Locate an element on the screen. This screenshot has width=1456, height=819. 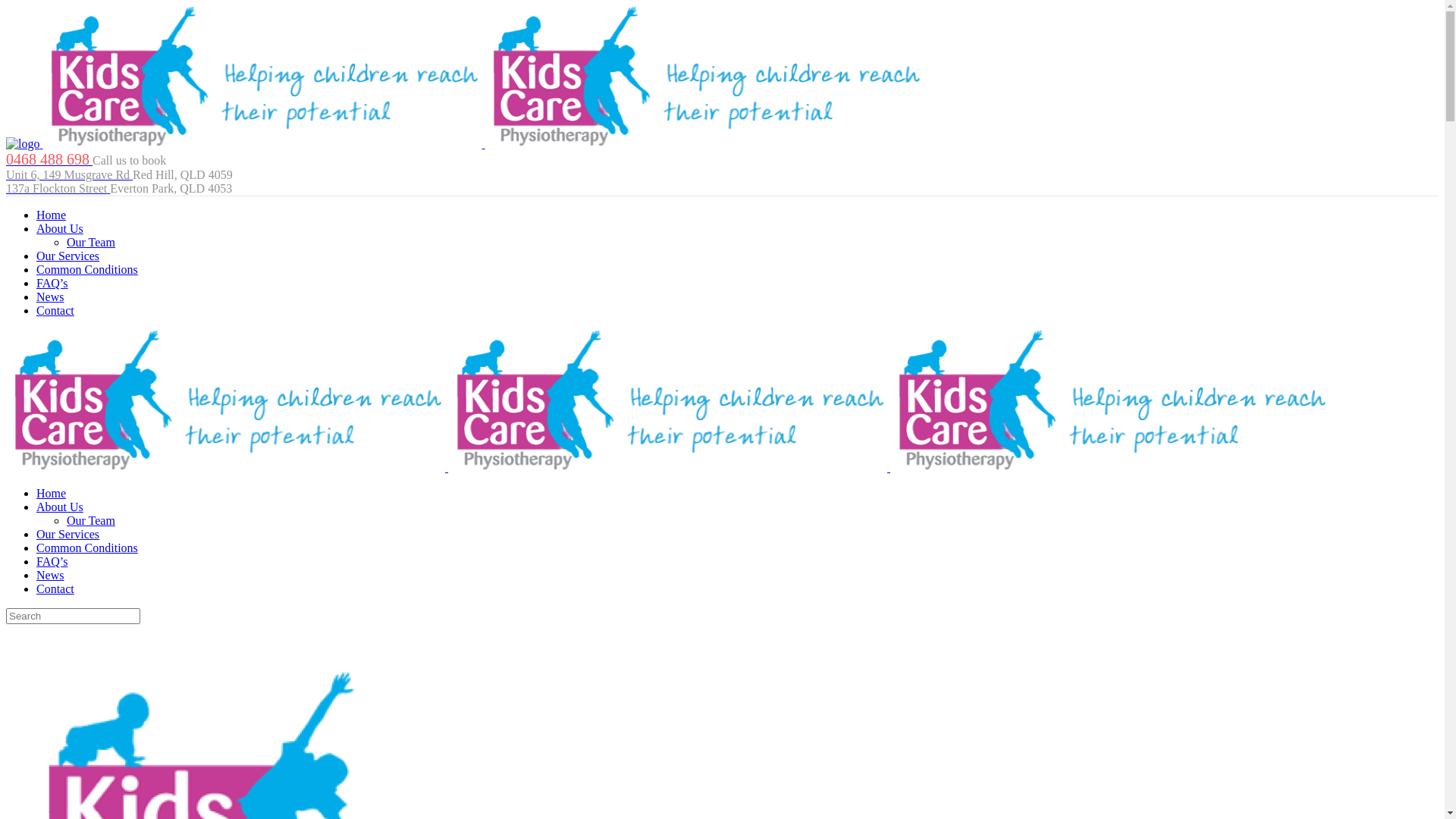
'Contact' is located at coordinates (36, 309).